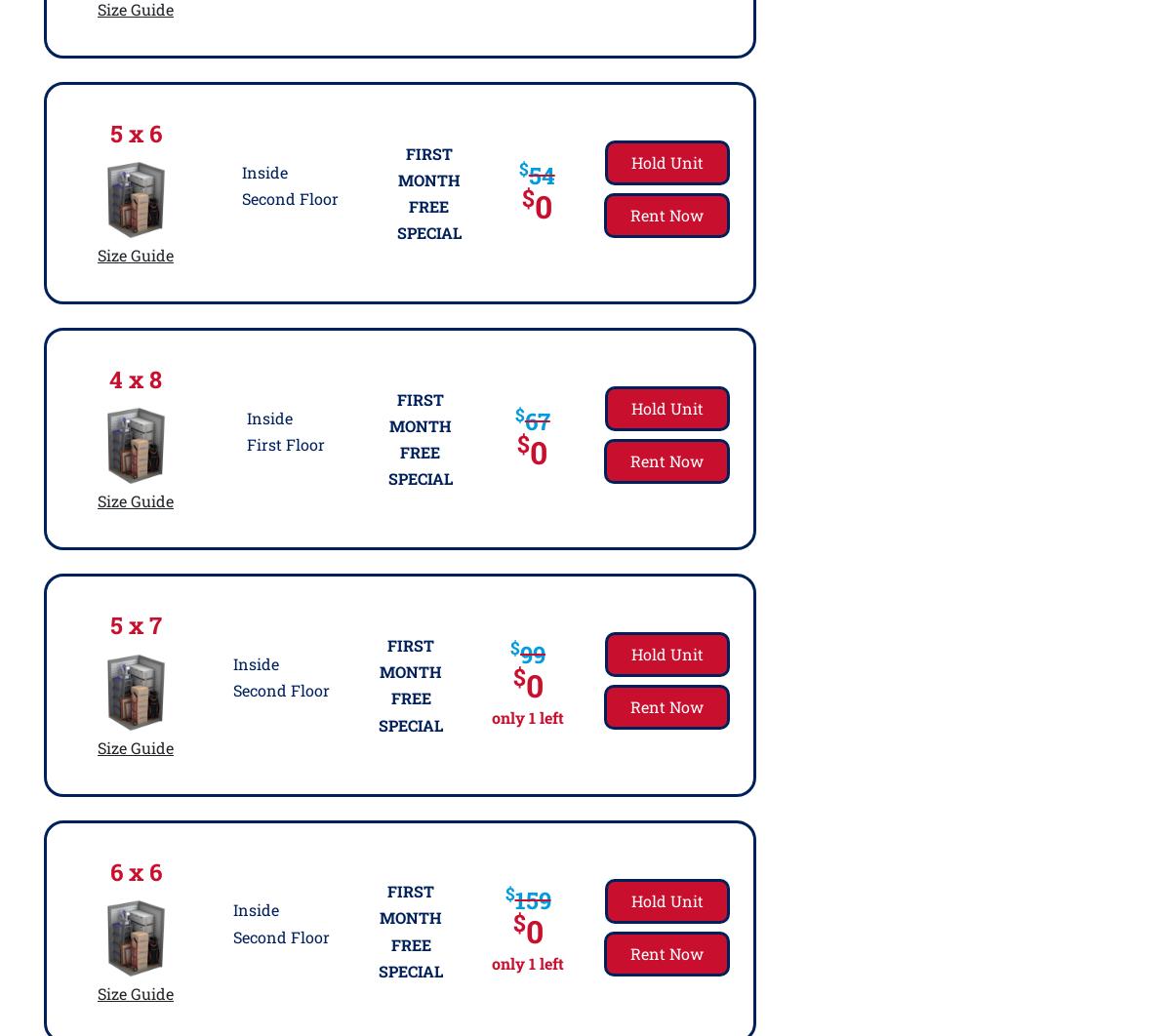  I want to click on 'First Floor', so click(245, 443).